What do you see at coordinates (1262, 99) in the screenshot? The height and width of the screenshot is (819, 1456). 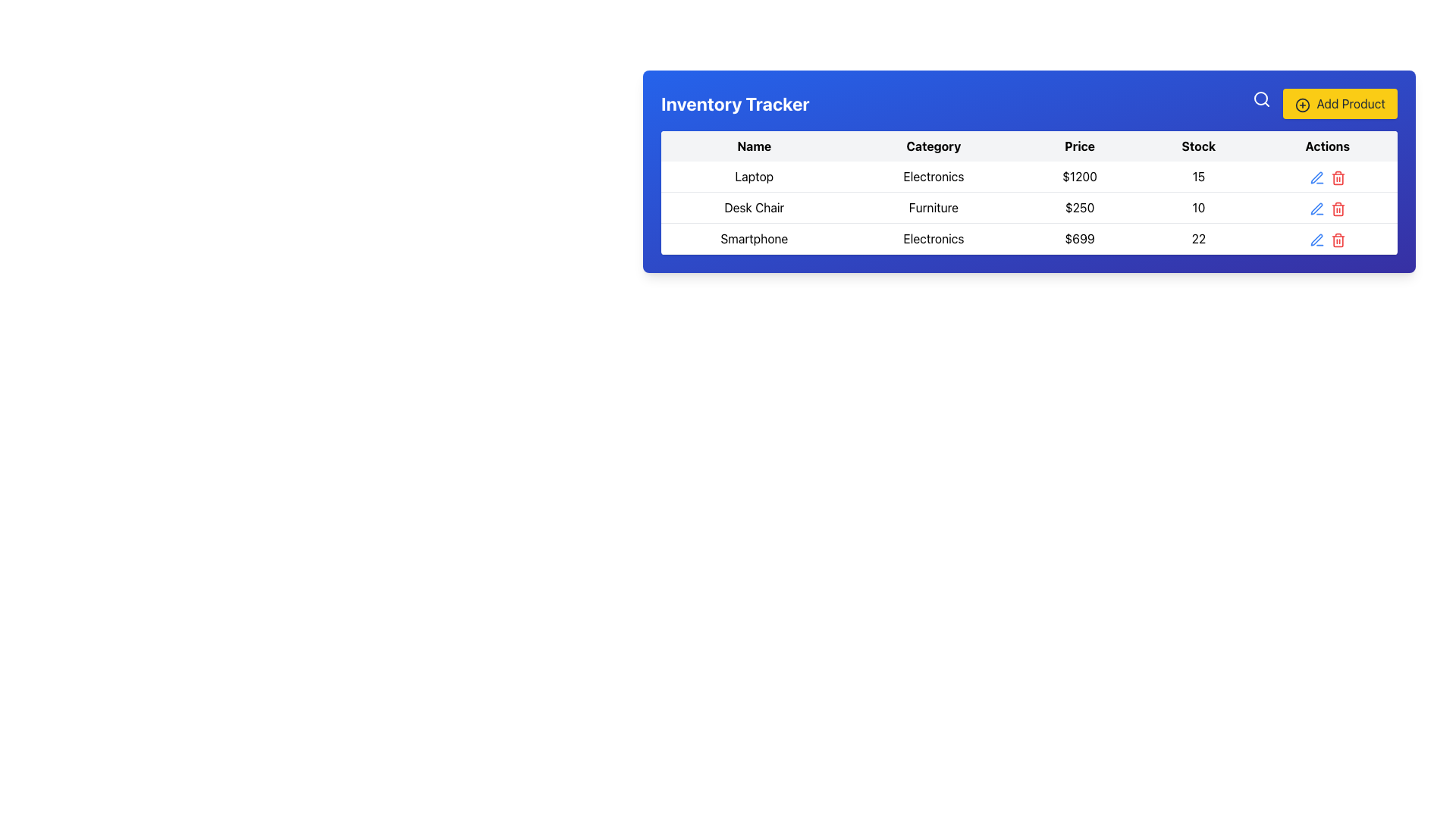 I see `the search icon in the top-right corner of the blue header section to receive additional UI feedback` at bounding box center [1262, 99].